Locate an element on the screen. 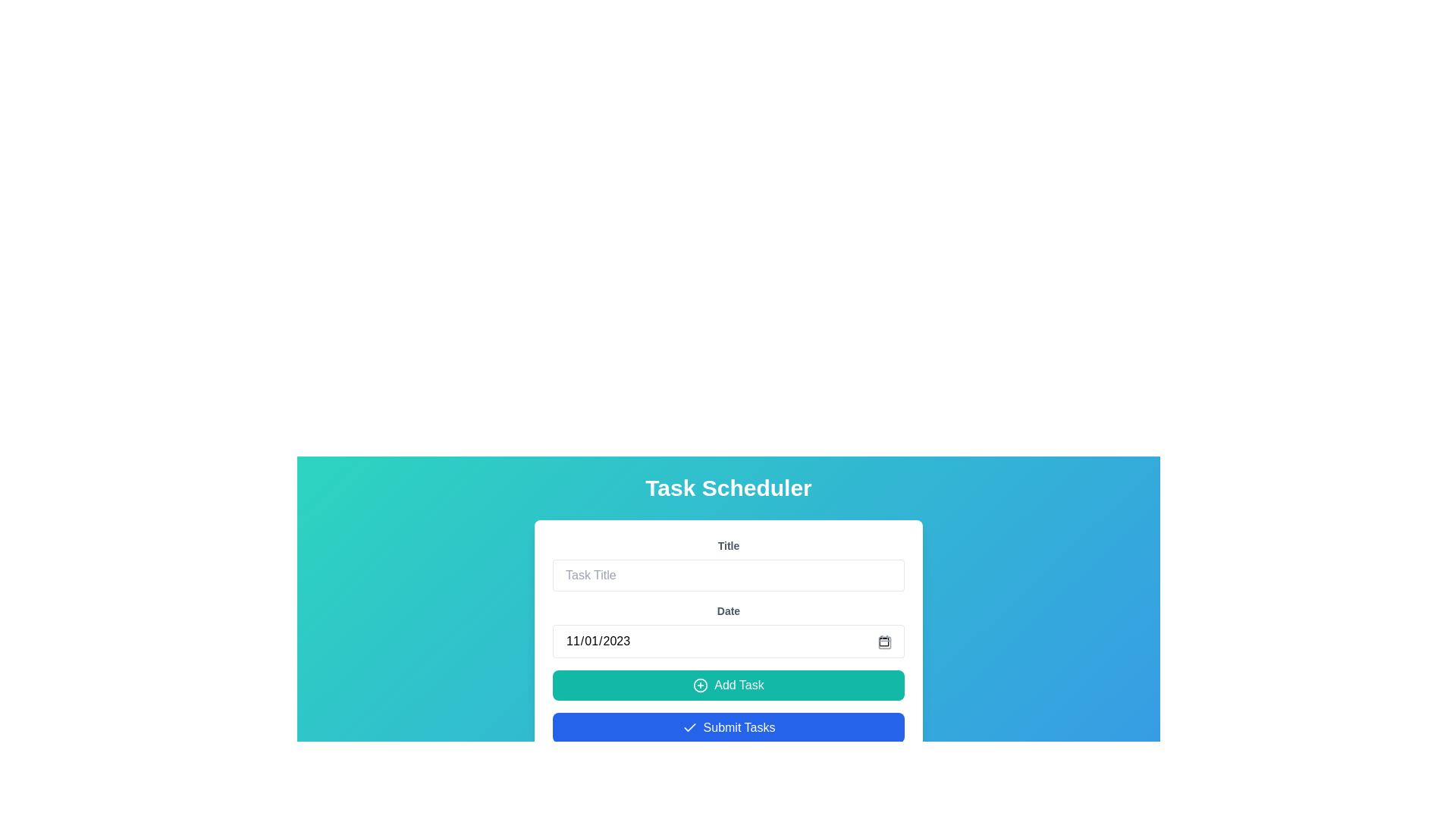 The width and height of the screenshot is (1456, 819). to select text within the rectangular text input field styled with rounded corners and a light gray border, which has the placeholder text 'Task Title' is located at coordinates (728, 576).